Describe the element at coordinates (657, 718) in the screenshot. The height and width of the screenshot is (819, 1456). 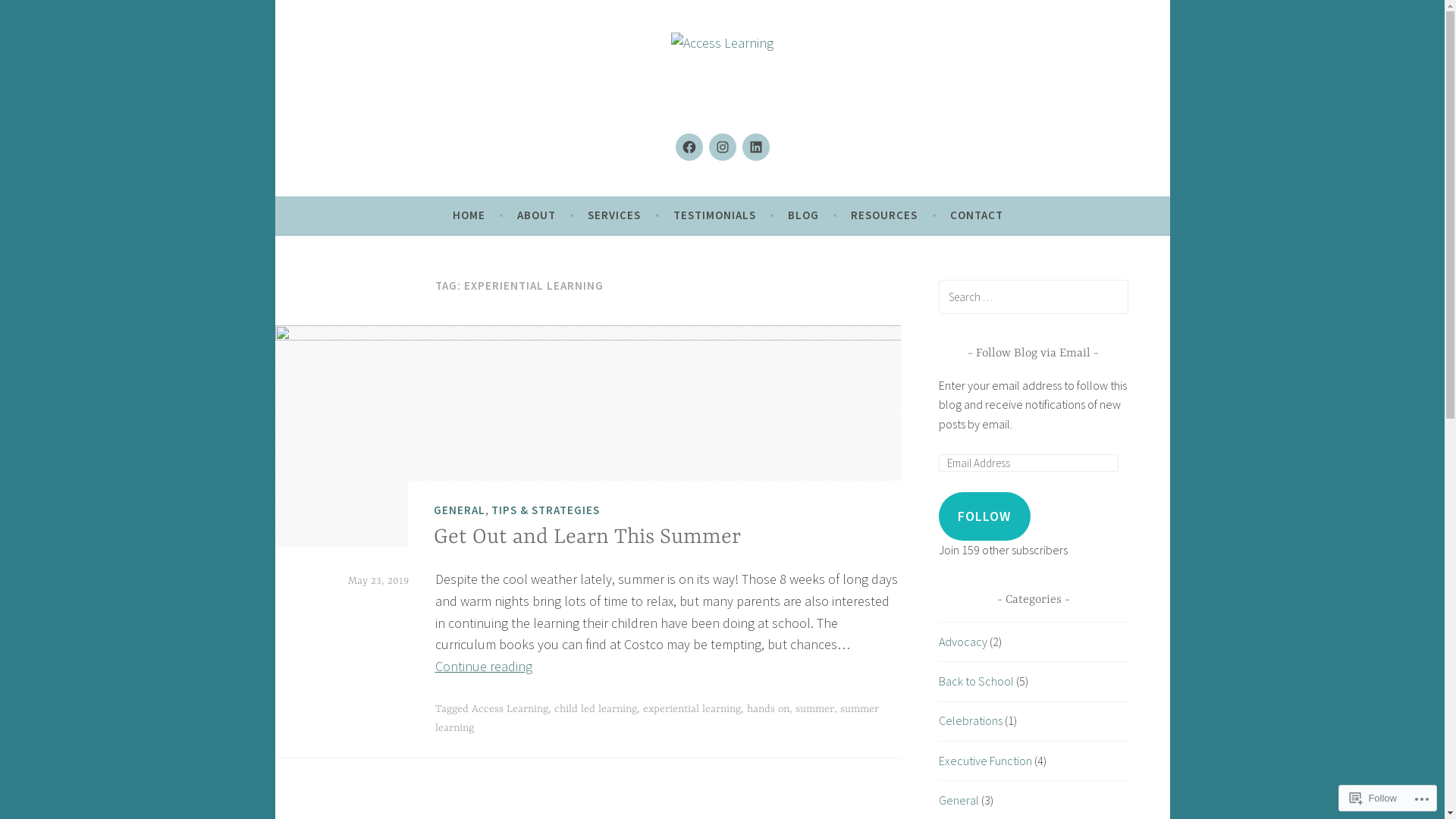
I see `'summer learning'` at that location.